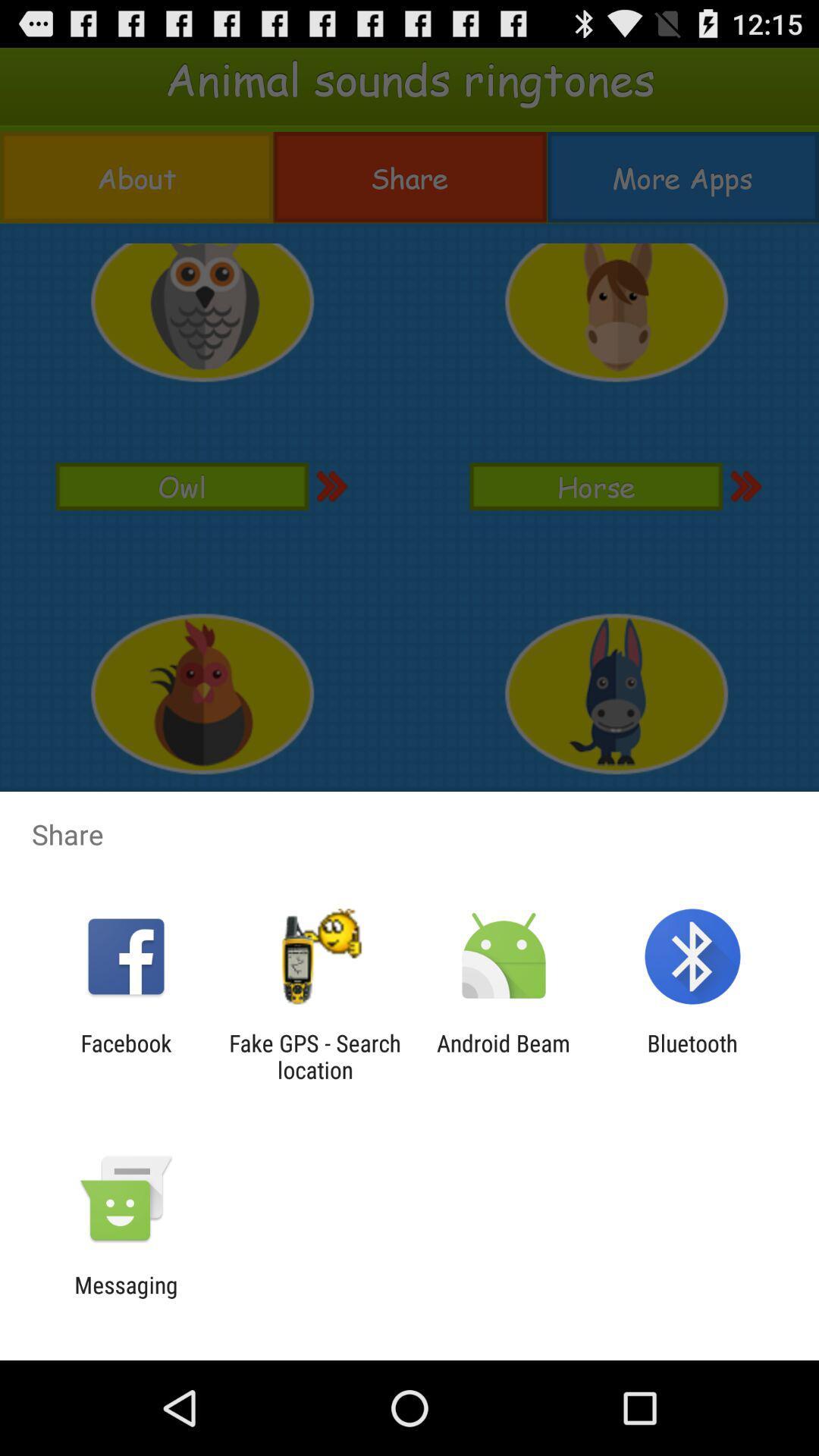  I want to click on the app next to facebook icon, so click(314, 1056).